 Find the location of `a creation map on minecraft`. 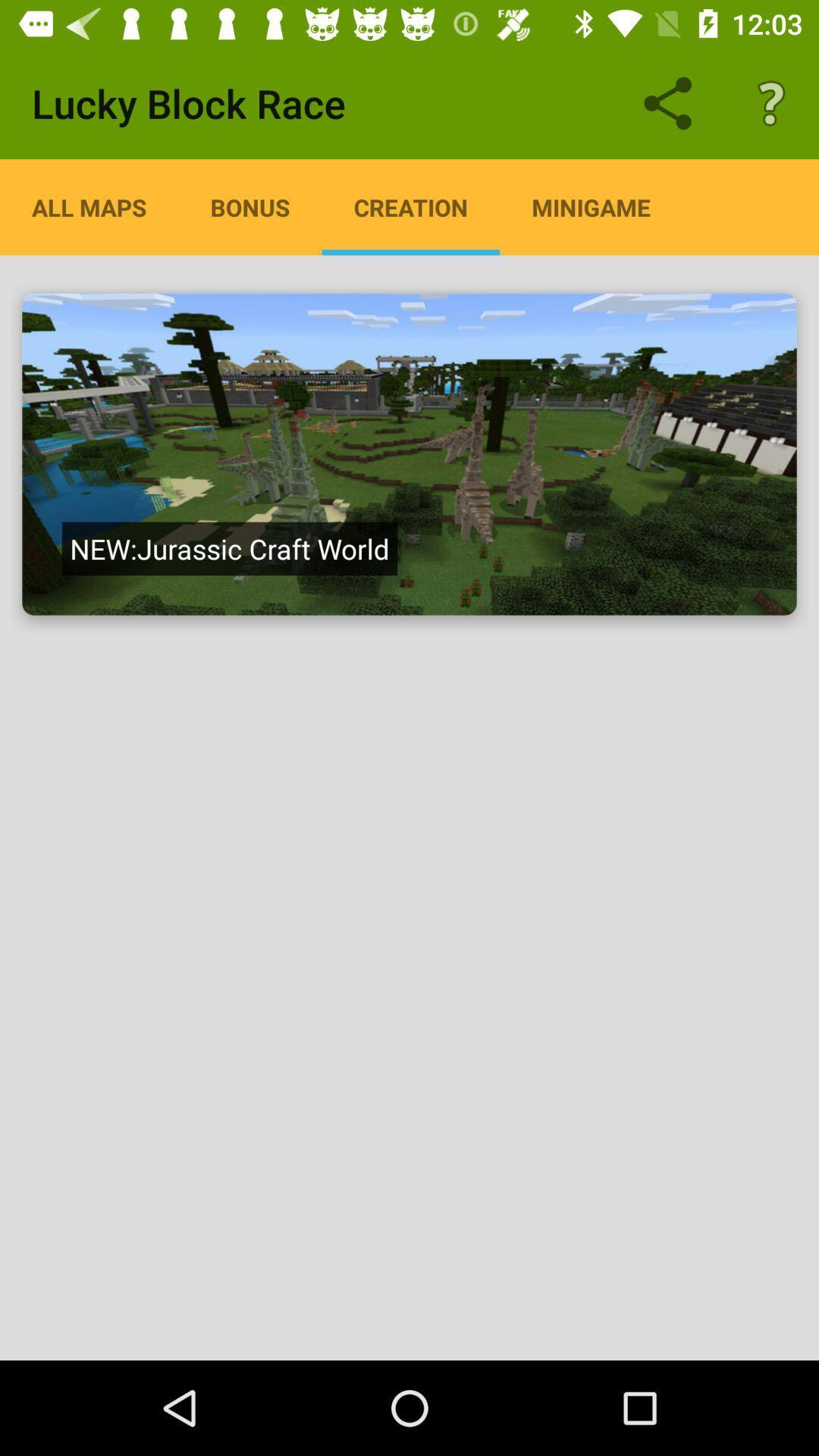

a creation map on minecraft is located at coordinates (409, 453).